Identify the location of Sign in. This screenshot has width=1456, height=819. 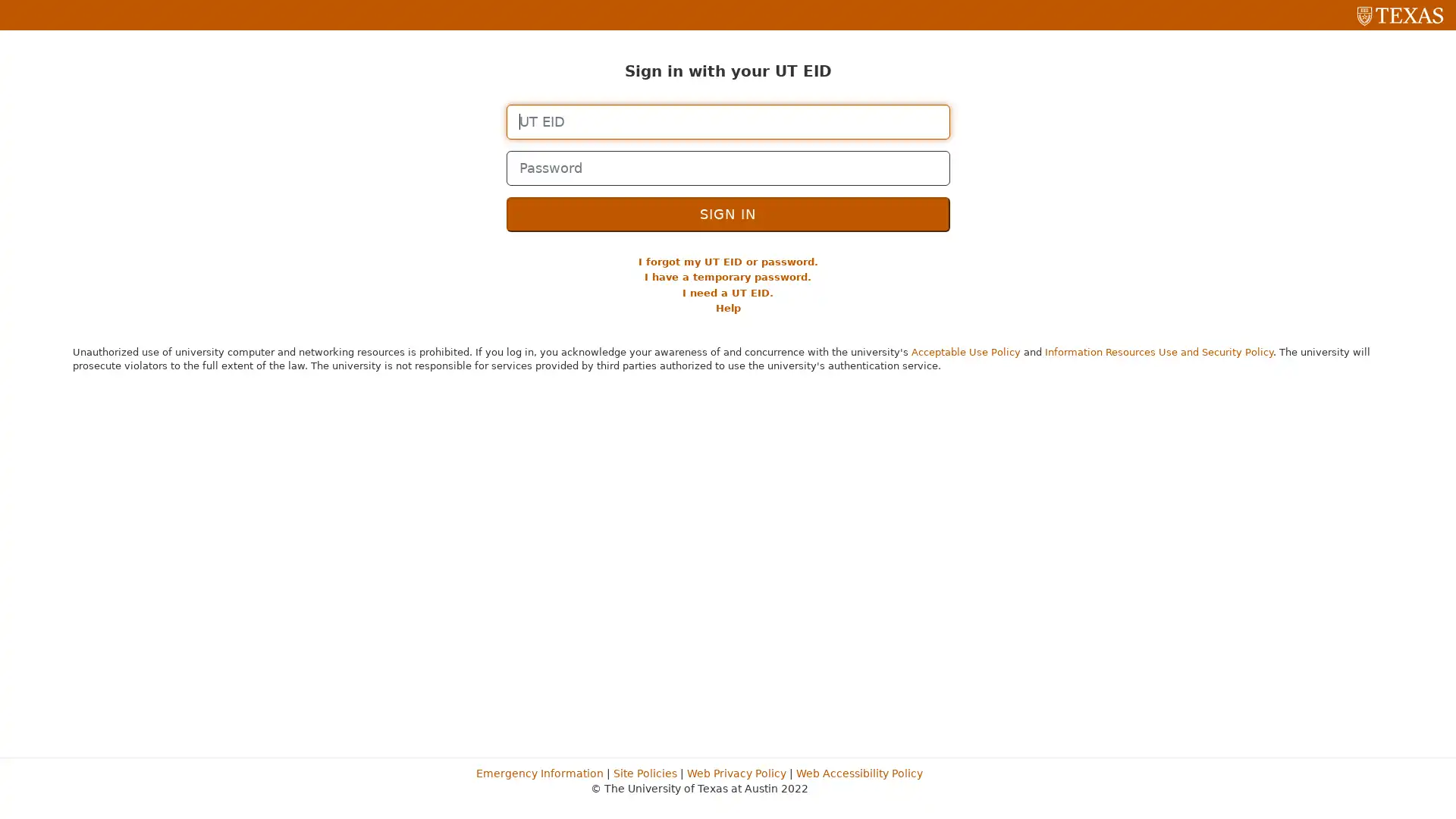
(726, 213).